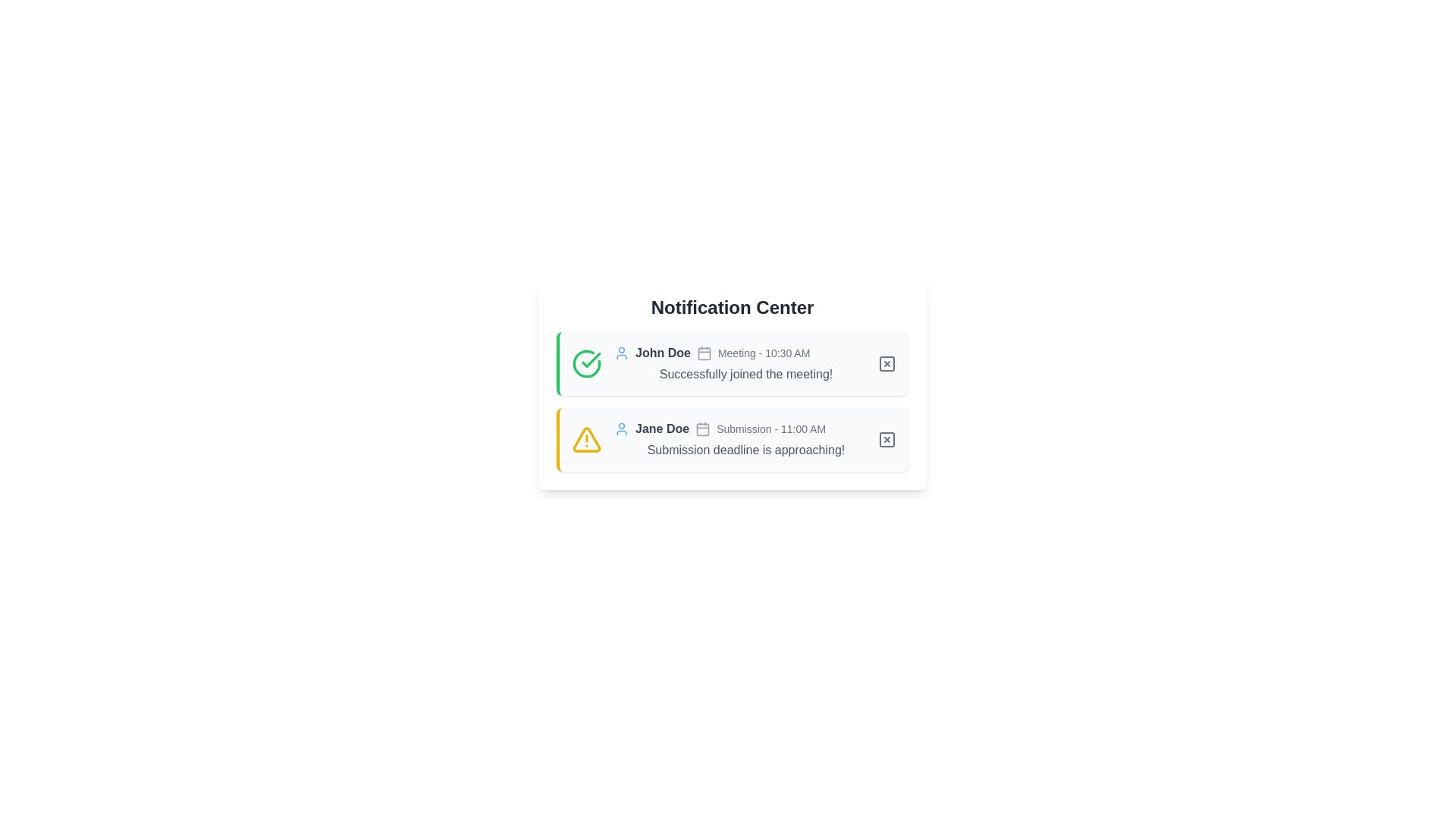 This screenshot has height=819, width=1456. Describe the element at coordinates (764, 353) in the screenshot. I see `text content of the informational text element displaying 'Meeting - 10:30 AM', located immediately to the right of the calendar icon and the name 'John Doe' in the notification panel` at that location.